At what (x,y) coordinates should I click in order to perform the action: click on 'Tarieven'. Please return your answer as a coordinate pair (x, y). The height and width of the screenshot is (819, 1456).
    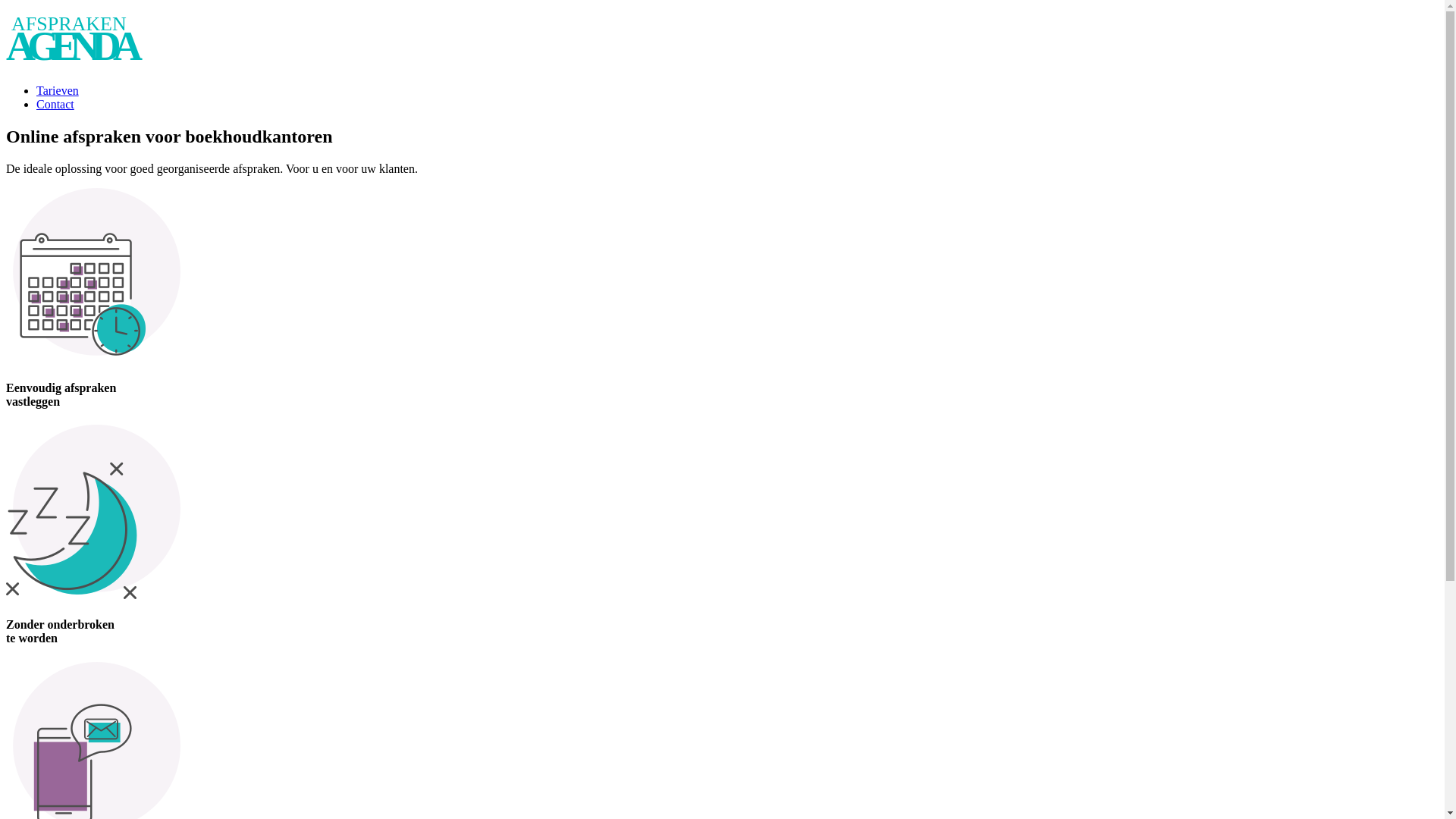
    Looking at the image, I should click on (58, 90).